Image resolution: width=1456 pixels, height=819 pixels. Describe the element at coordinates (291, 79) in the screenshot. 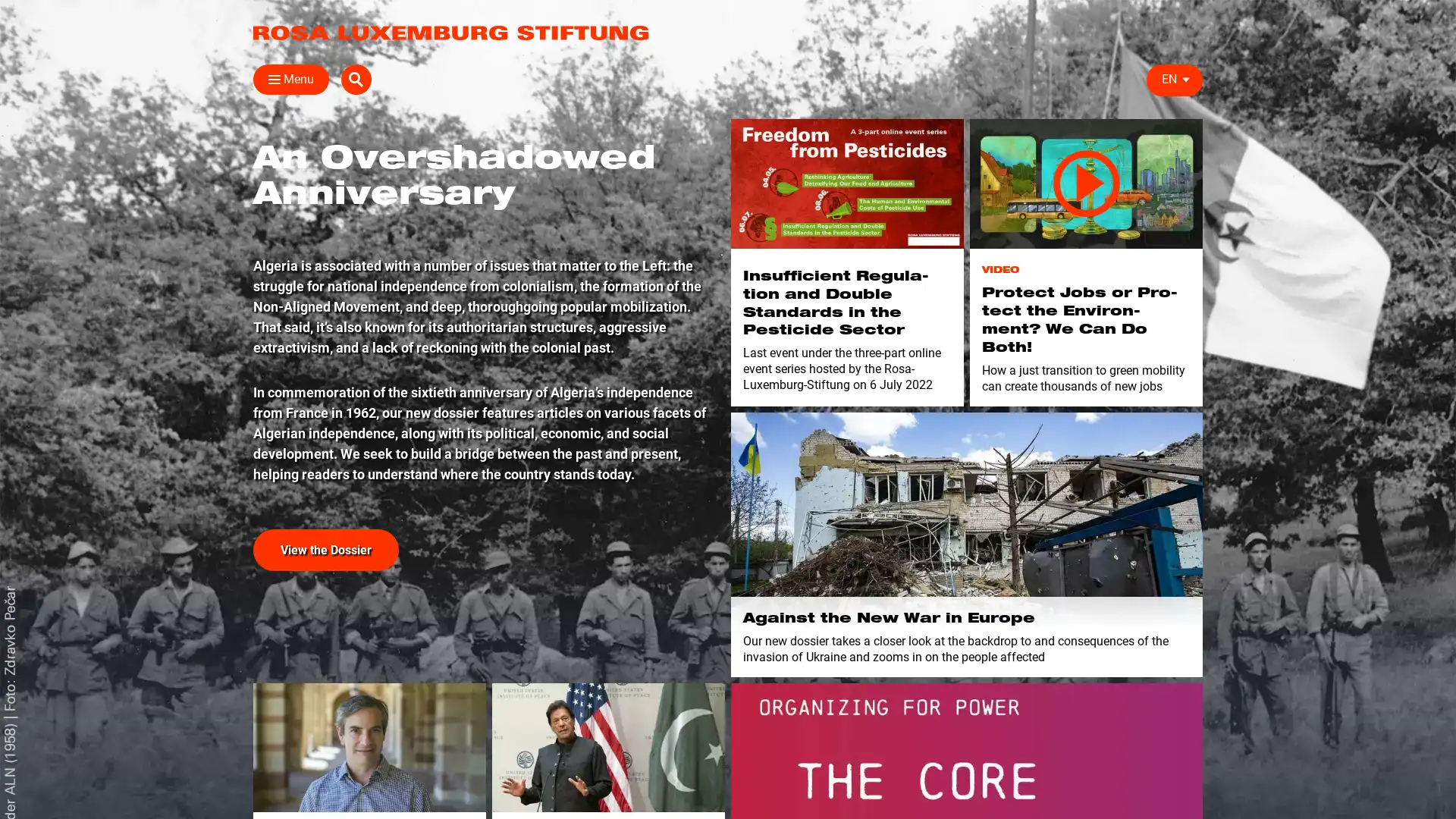

I see `Menu` at that location.